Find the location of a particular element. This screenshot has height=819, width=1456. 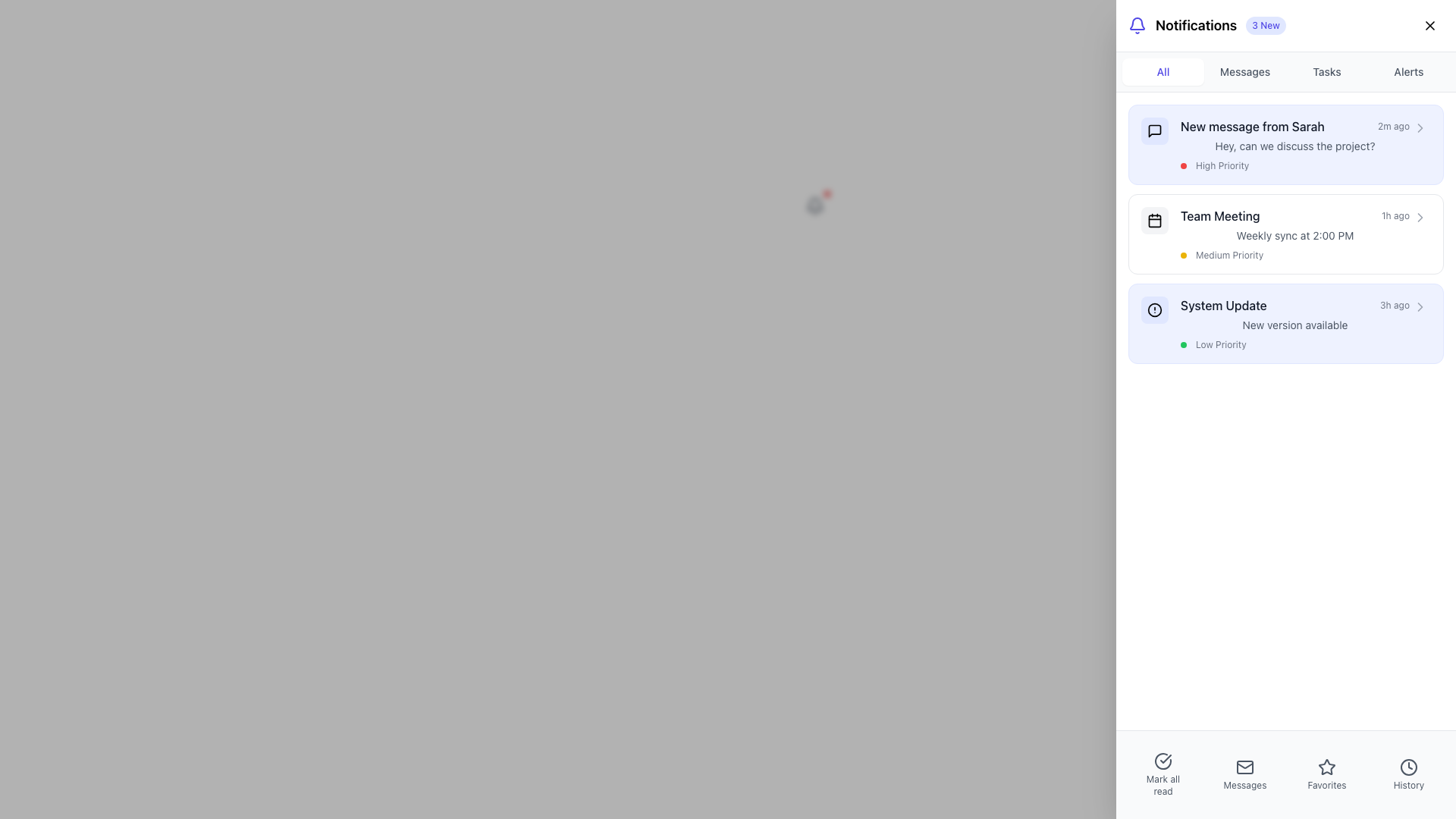

the Text Label indicating the purpose of the 'Favorites' button located in the bottom navigation bar is located at coordinates (1326, 785).